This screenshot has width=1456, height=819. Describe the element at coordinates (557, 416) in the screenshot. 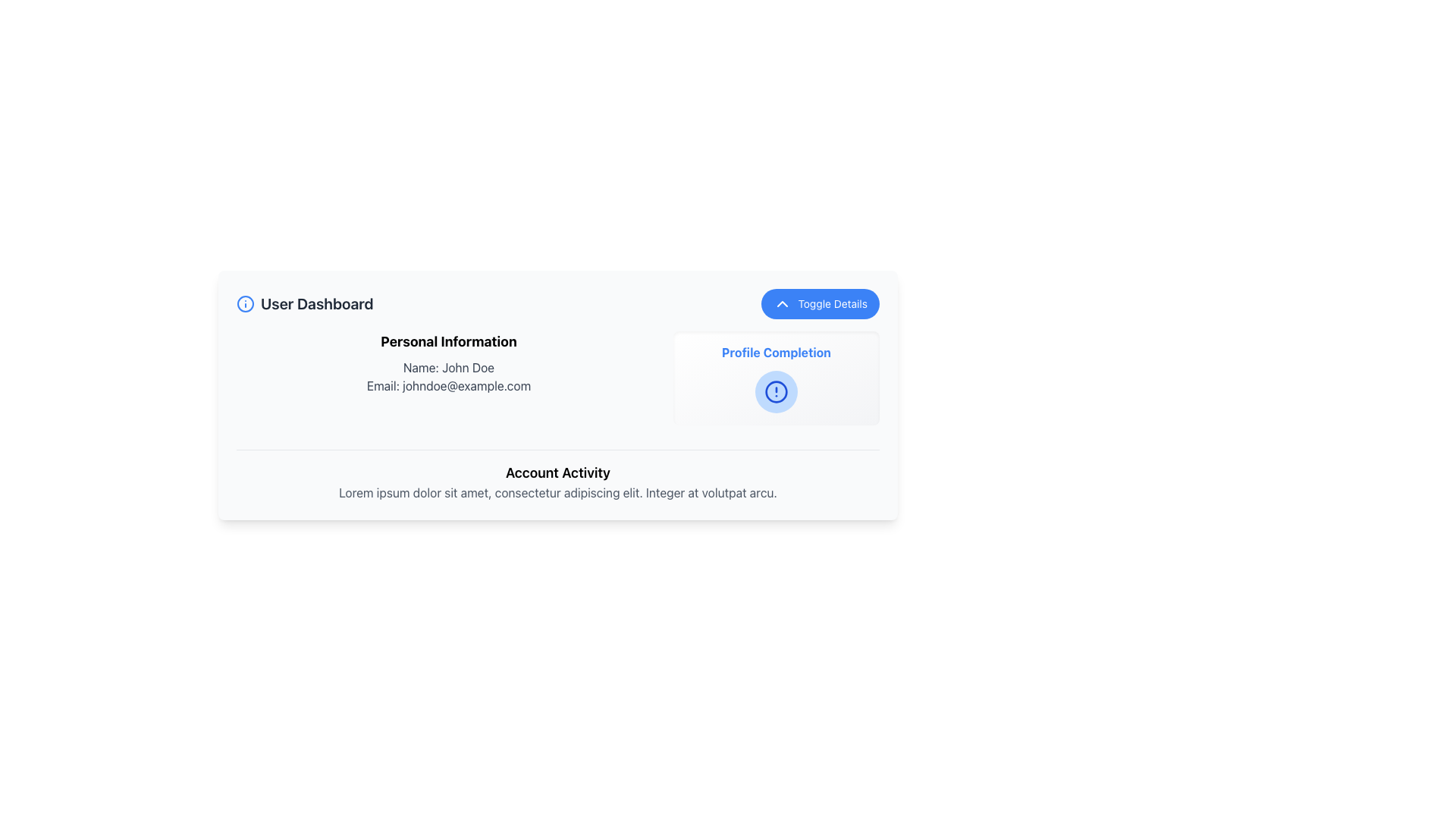

I see `the Information Panel that summarizes user details like name and email on the User Dashboard interface` at that location.